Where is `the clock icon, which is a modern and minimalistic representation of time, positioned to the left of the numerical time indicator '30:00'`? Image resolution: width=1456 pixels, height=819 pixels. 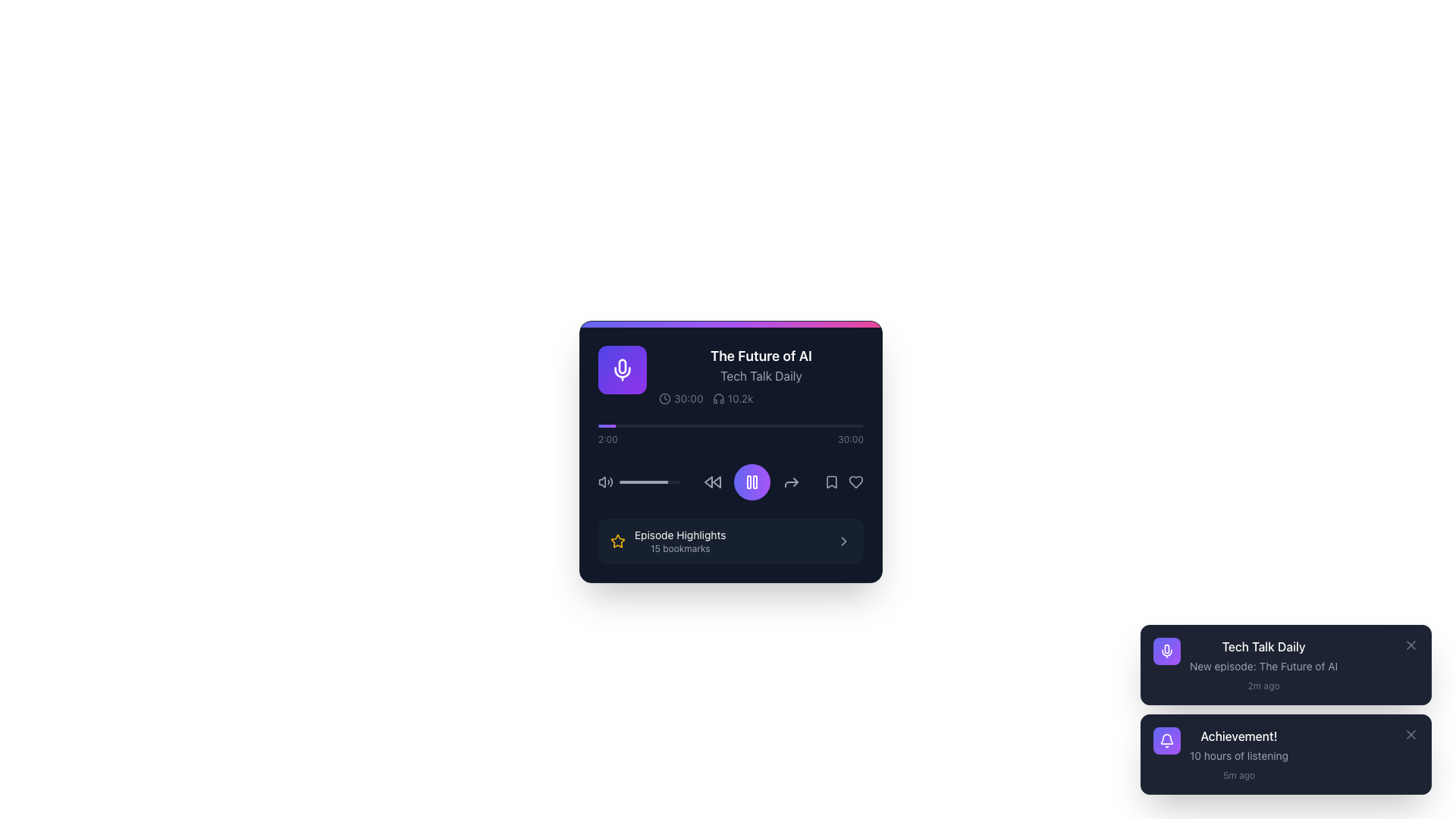 the clock icon, which is a modern and minimalistic representation of time, positioned to the left of the numerical time indicator '30:00' is located at coordinates (665, 397).